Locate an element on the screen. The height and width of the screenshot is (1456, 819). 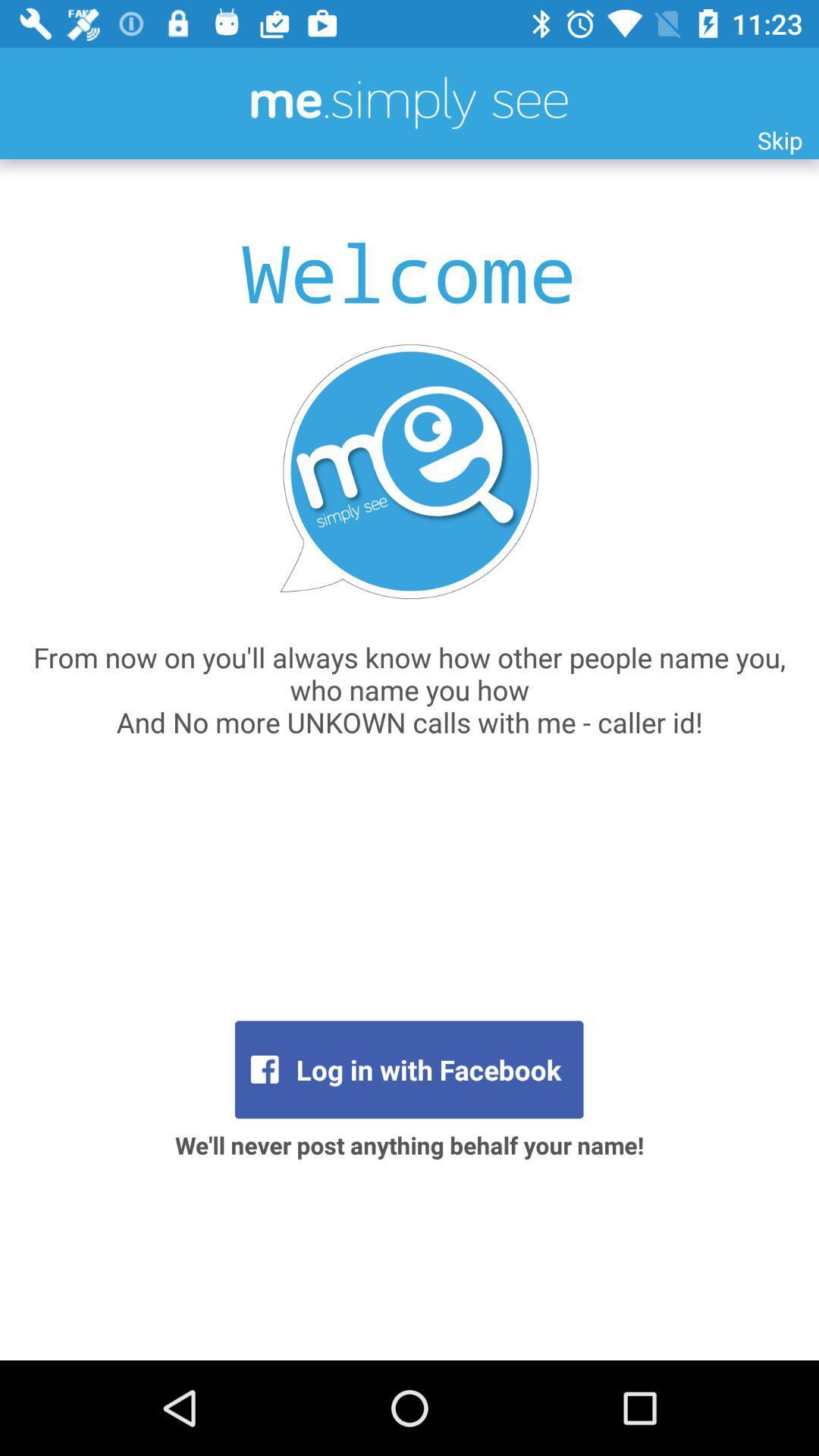
log in with icon is located at coordinates (408, 1068).